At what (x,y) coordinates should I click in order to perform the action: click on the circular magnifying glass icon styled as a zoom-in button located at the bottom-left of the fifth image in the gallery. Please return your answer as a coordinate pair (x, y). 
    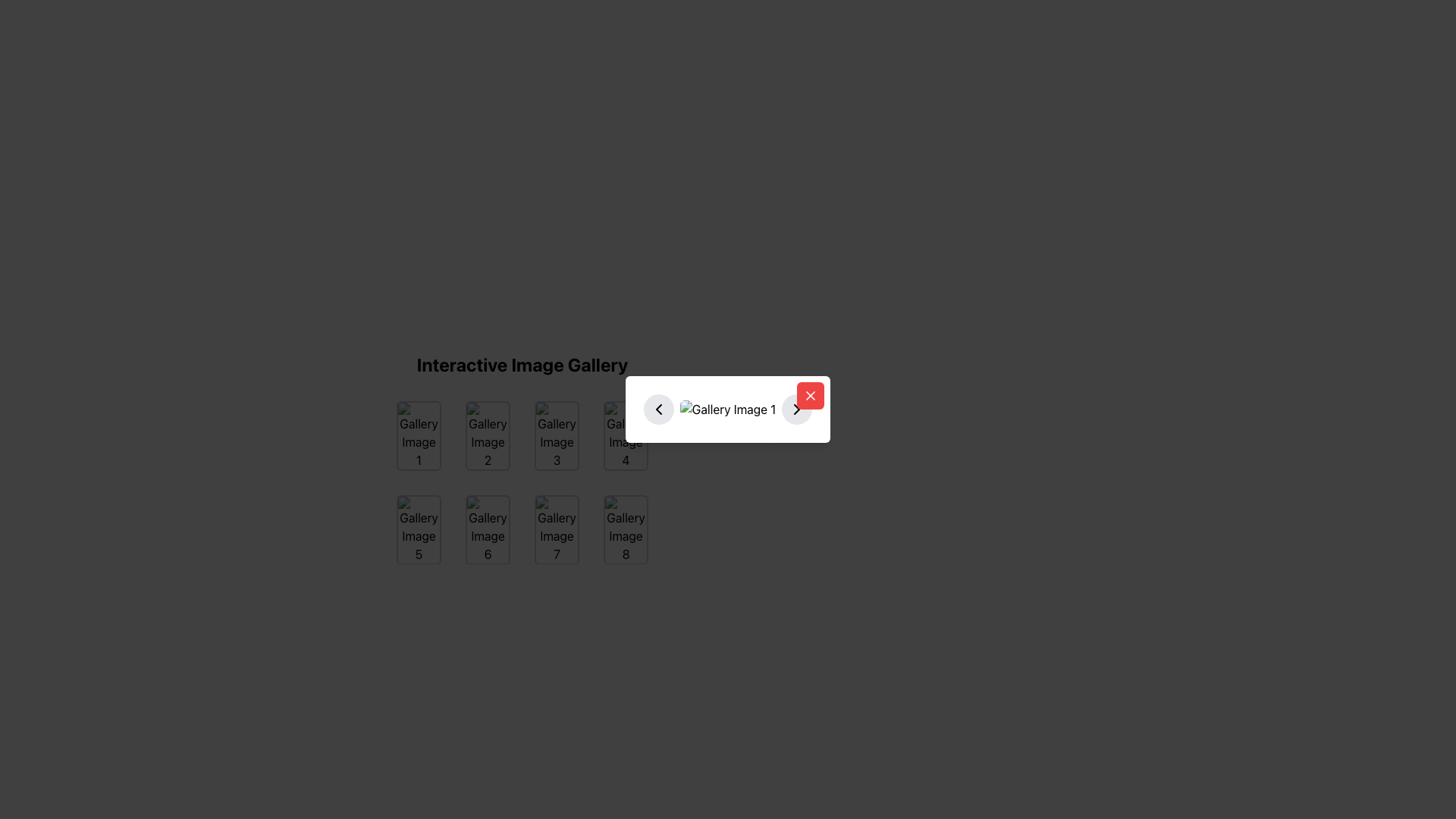
    Looking at the image, I should click on (419, 529).